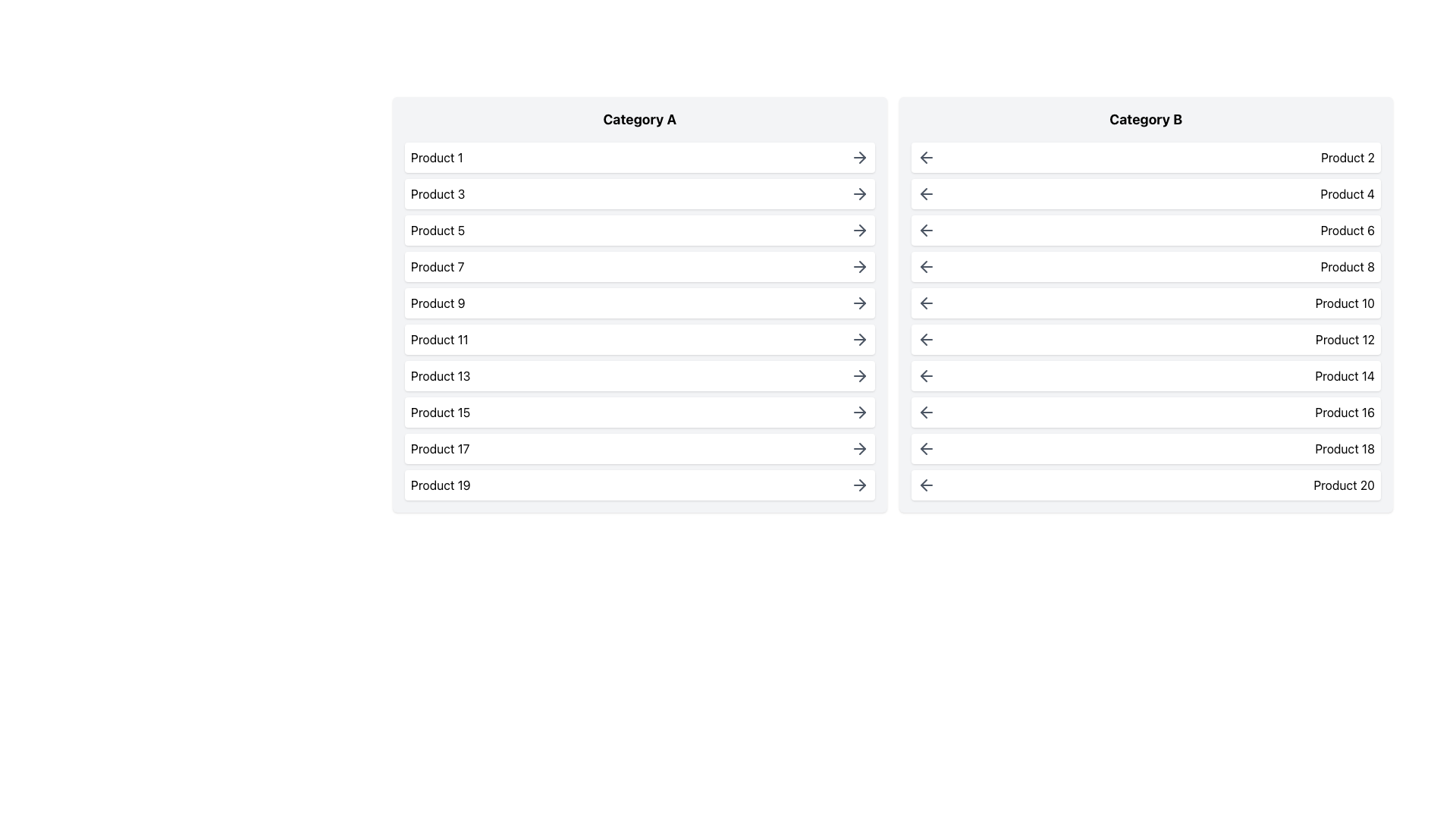  What do you see at coordinates (639, 338) in the screenshot?
I see `the list item labeled 'Product 11' in the vertical list under 'Category A'` at bounding box center [639, 338].